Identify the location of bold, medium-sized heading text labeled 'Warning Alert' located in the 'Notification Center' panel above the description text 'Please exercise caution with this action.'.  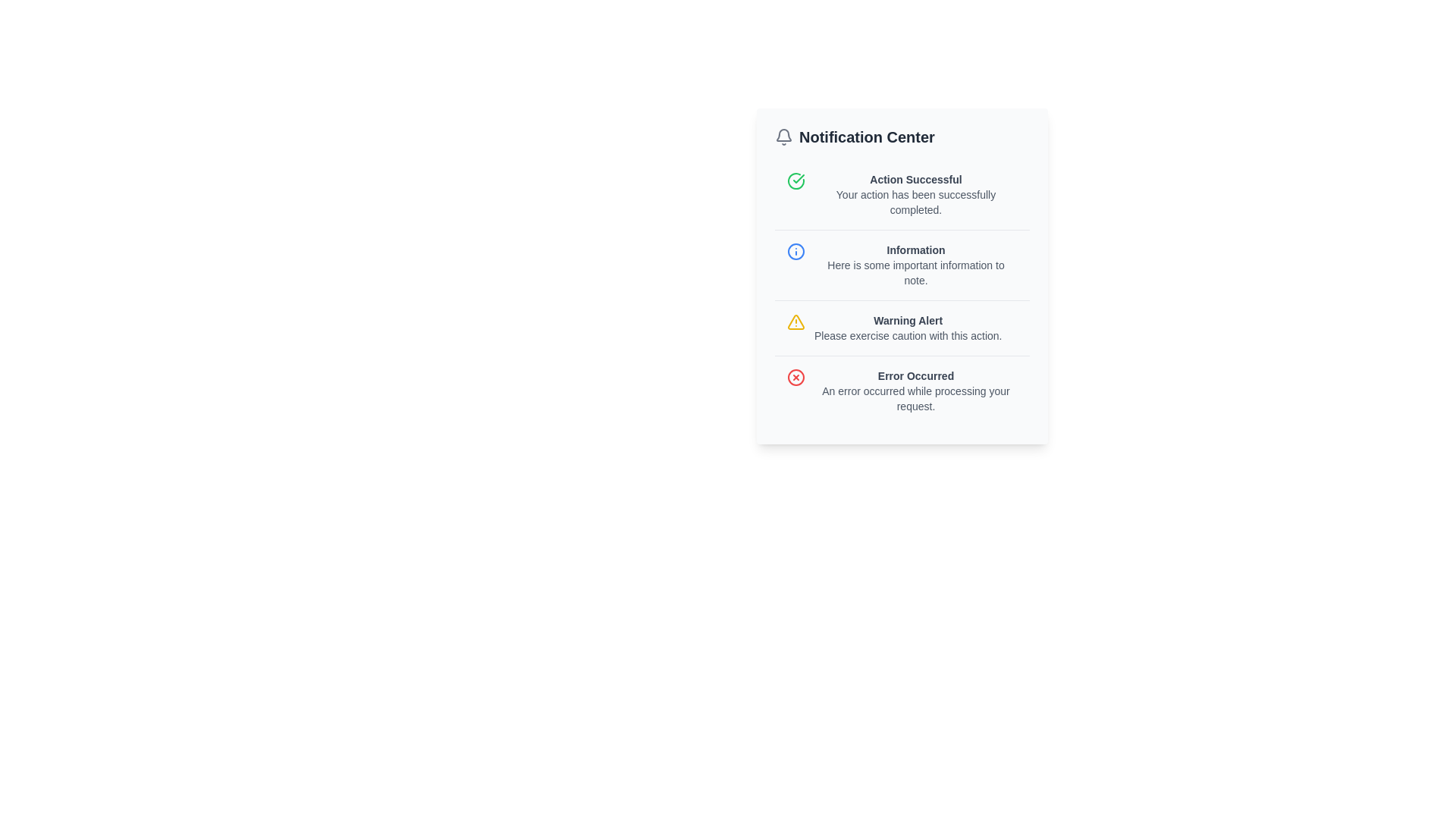
(908, 320).